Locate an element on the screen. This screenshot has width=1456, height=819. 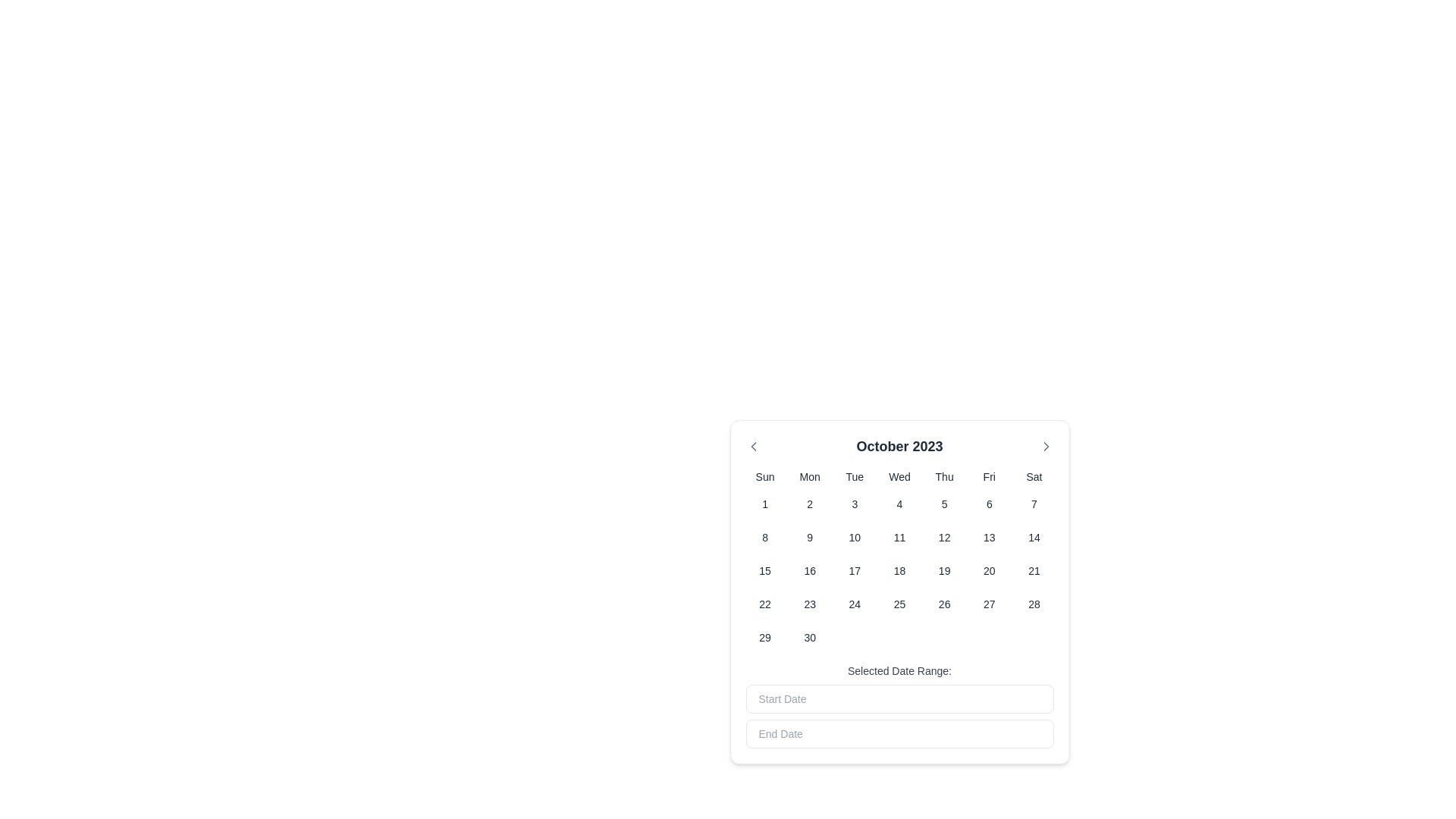
the selectable date '14' in the October 2023 calendar is located at coordinates (1033, 537).